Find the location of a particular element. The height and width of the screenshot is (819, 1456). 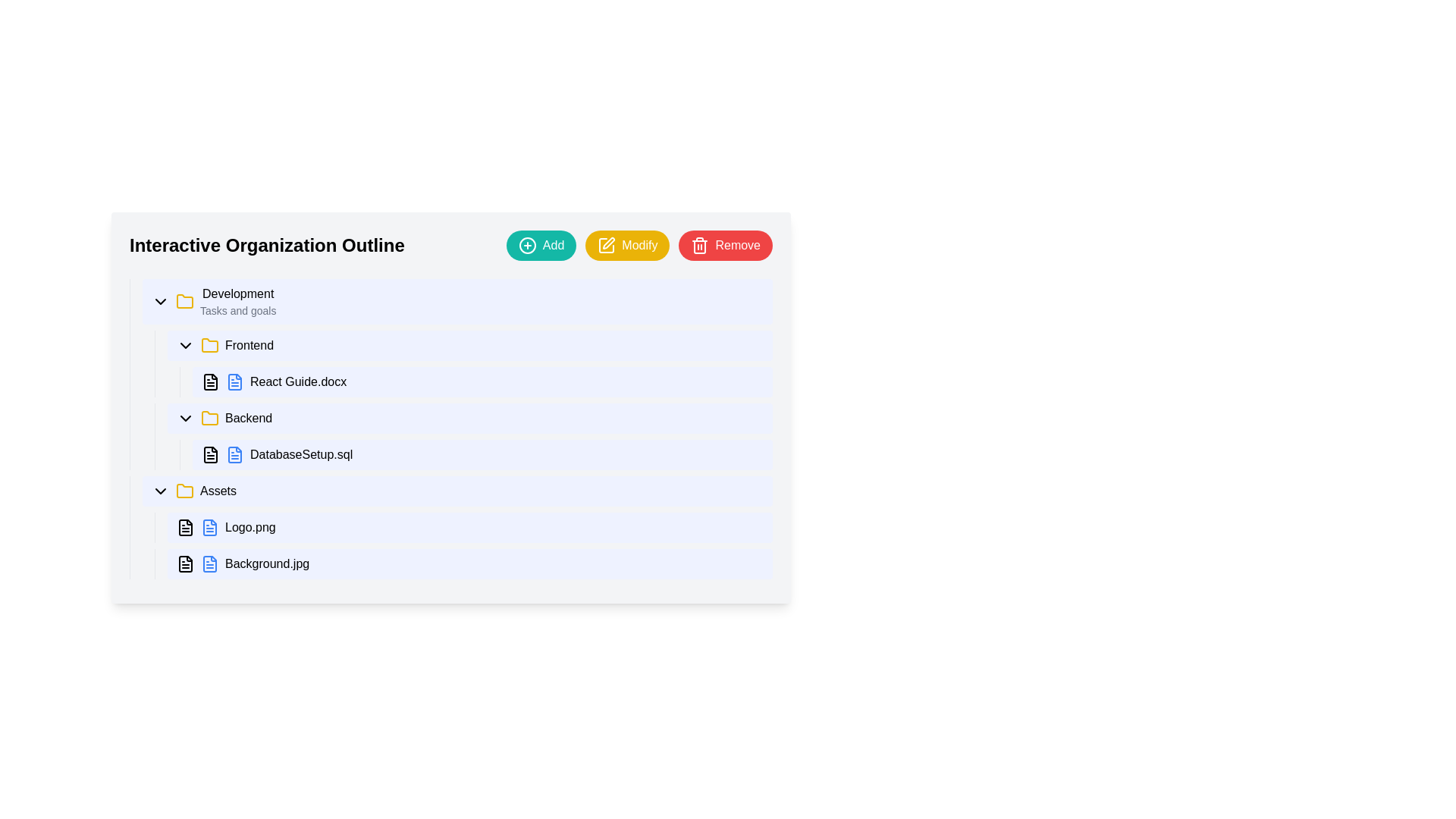

text label that states 'Tasks and goals', which is positioned directly below the 'Development' header in the upper left section of the display is located at coordinates (237, 309).